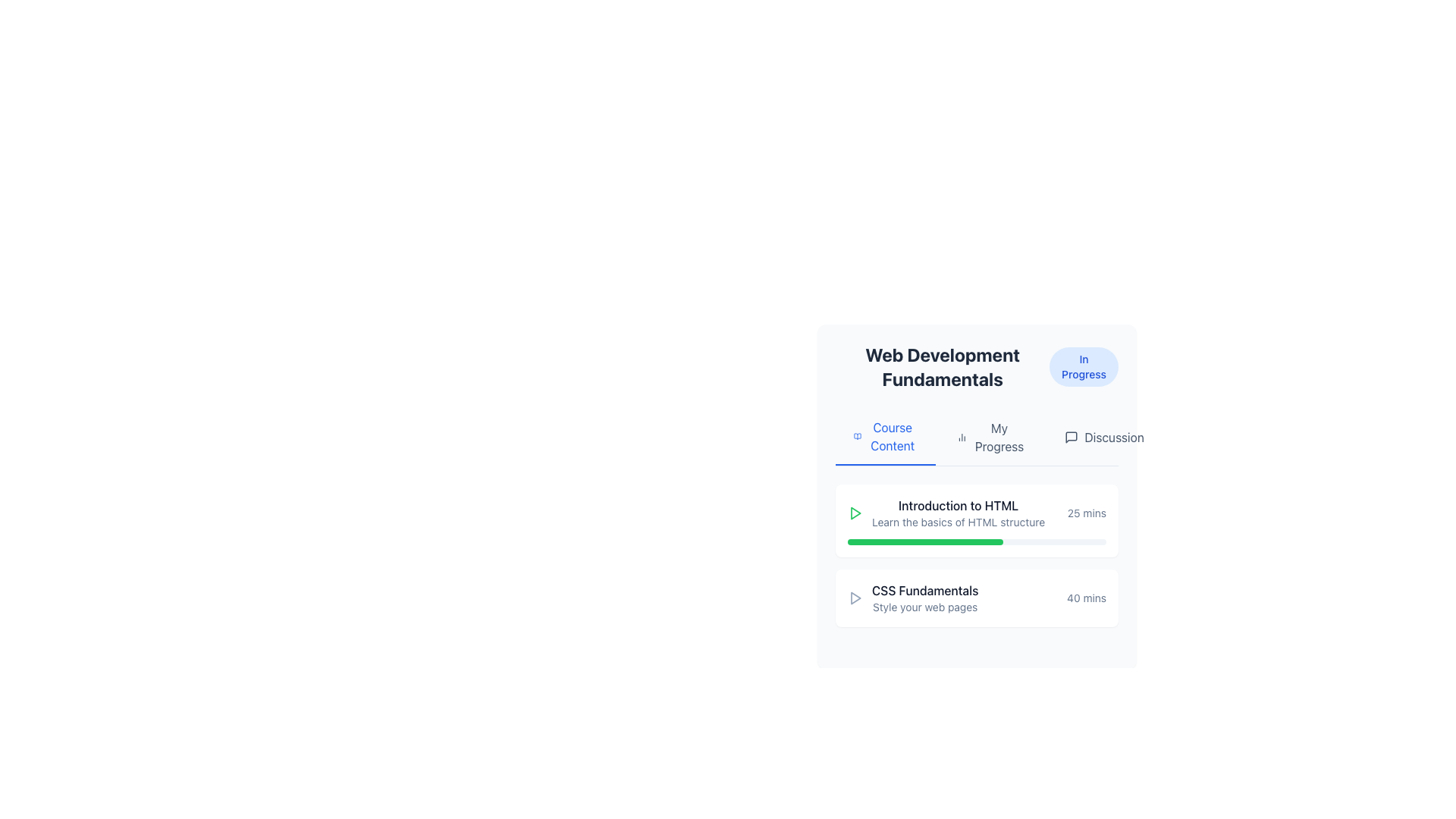 The image size is (1456, 819). I want to click on the 'Course Content' button, so click(885, 438).